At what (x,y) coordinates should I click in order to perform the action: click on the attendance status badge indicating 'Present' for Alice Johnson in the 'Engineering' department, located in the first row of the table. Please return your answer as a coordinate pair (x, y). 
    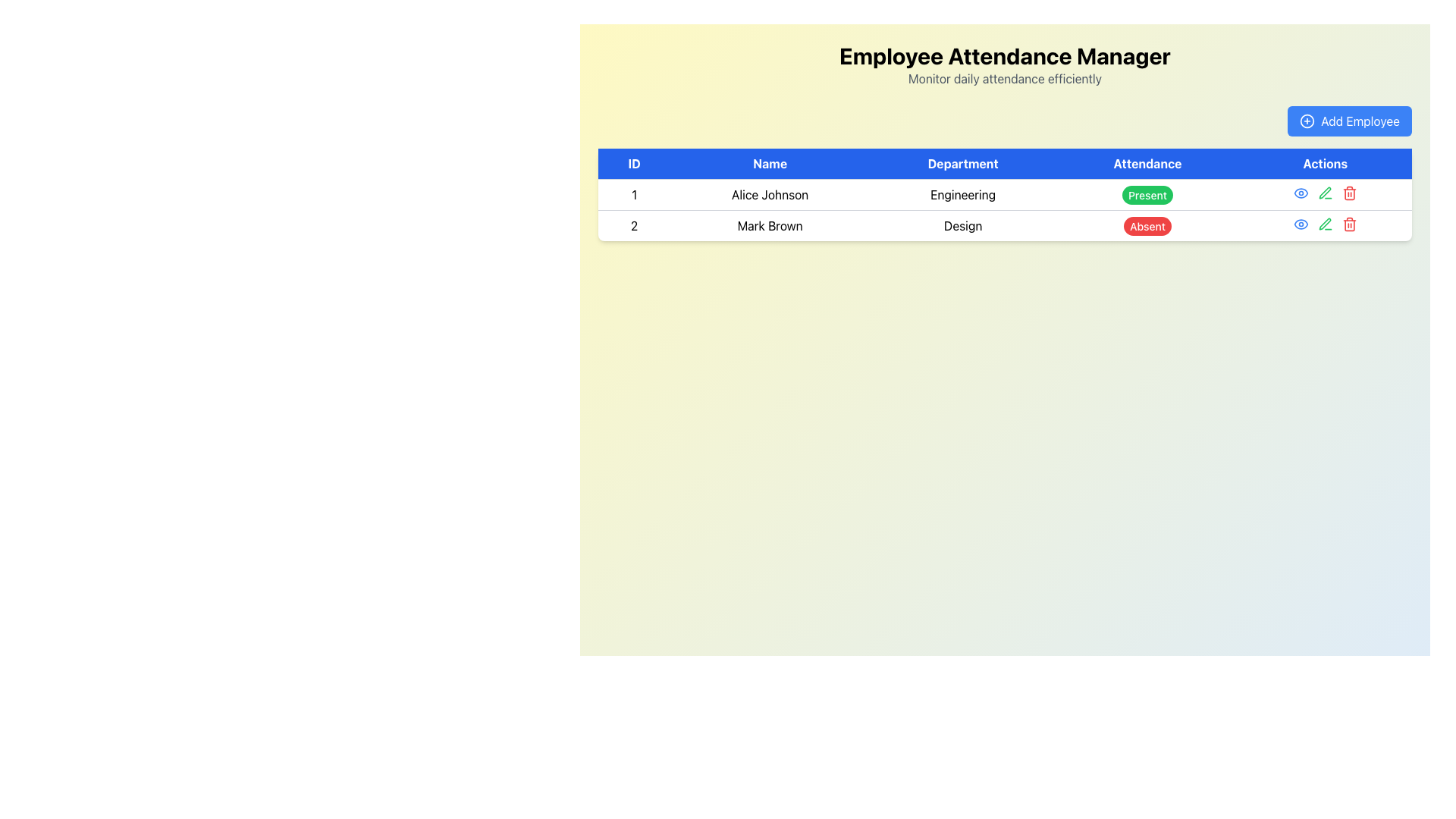
    Looking at the image, I should click on (1147, 194).